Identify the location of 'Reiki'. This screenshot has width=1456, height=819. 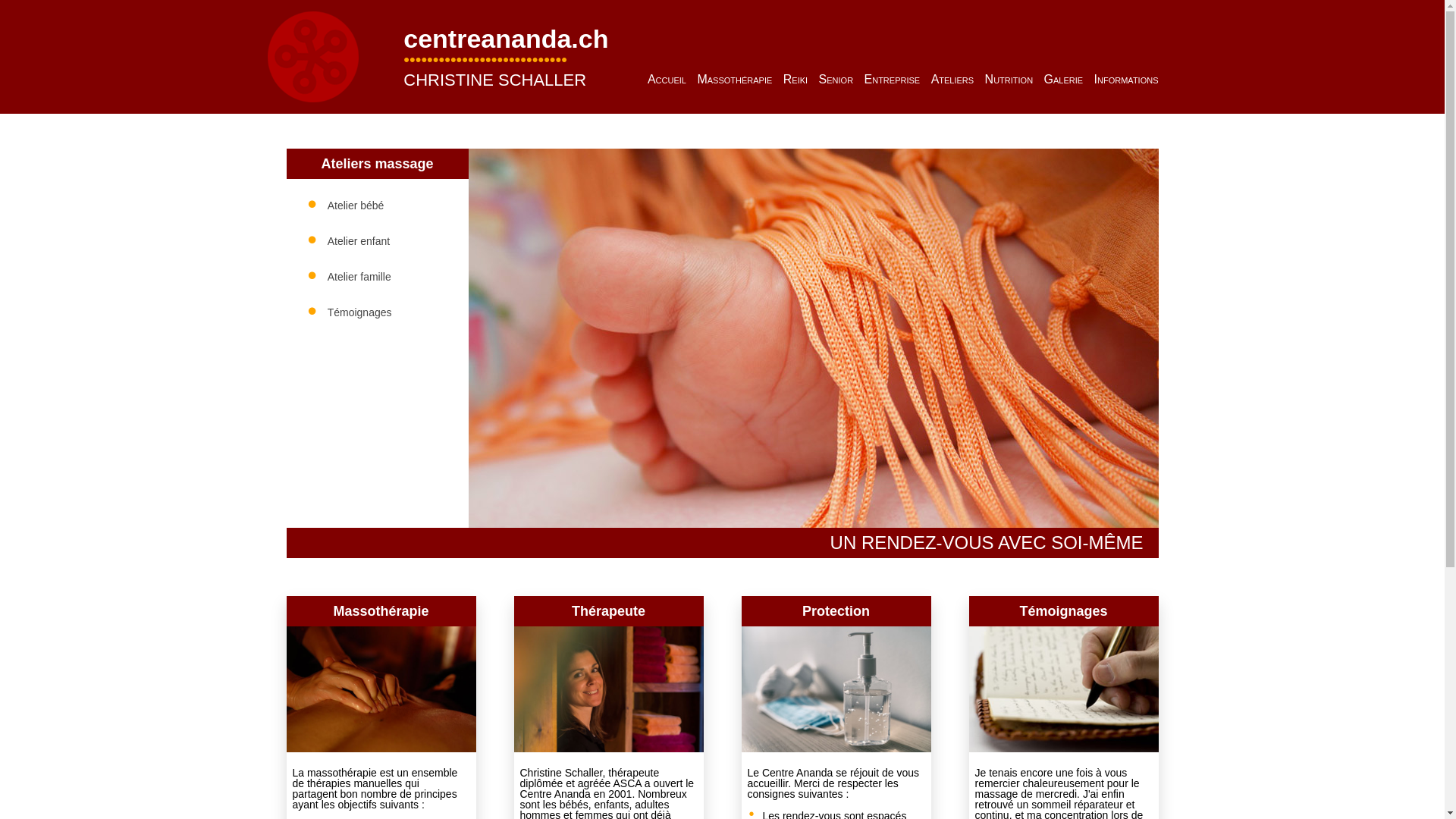
(795, 79).